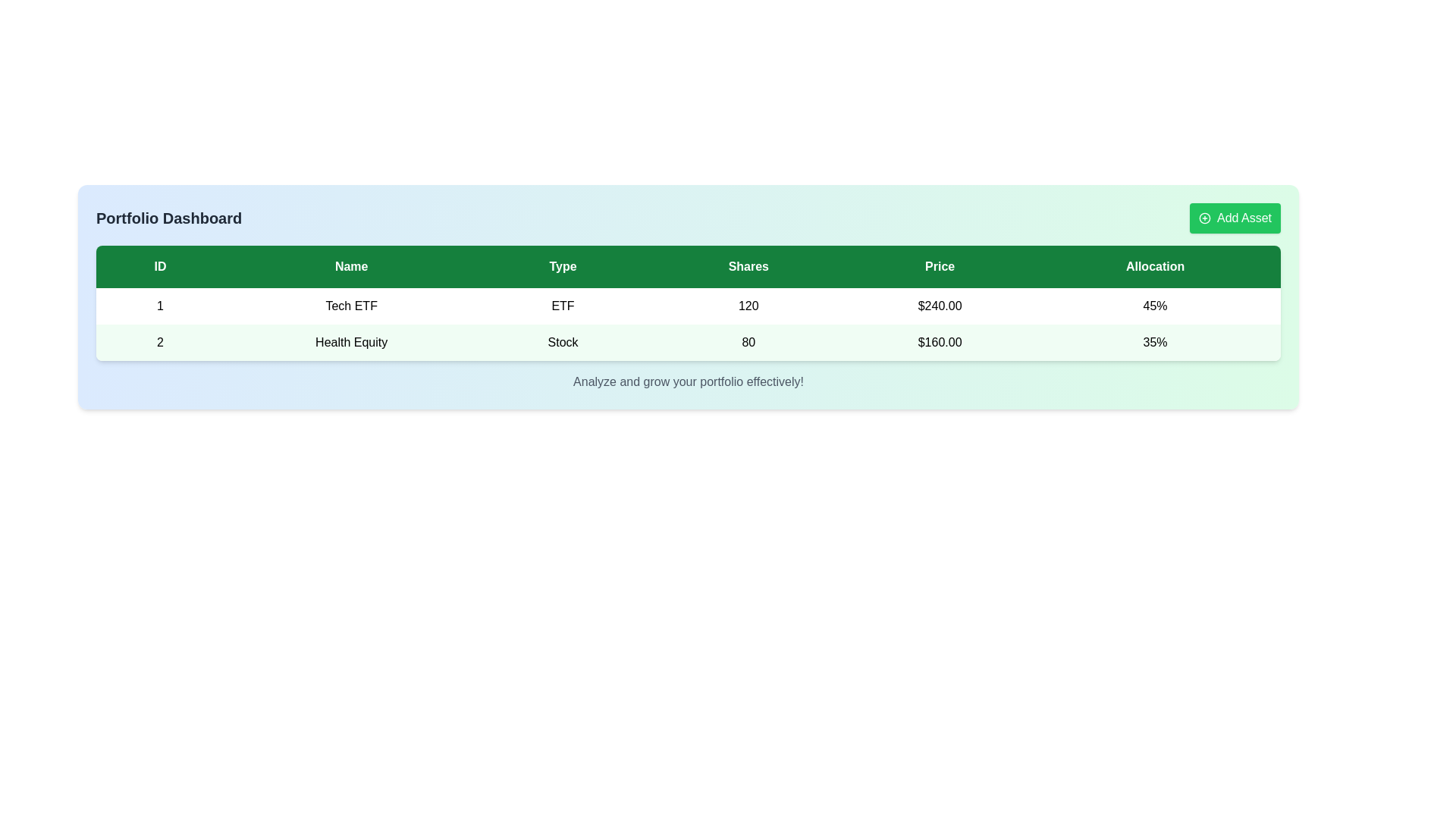 The width and height of the screenshot is (1456, 819). Describe the element at coordinates (350, 306) in the screenshot. I see `the Text label displaying the name 'Tech ETF' in the financial portfolio dashboard, located in the first row of the table under the 'Name' column` at that location.